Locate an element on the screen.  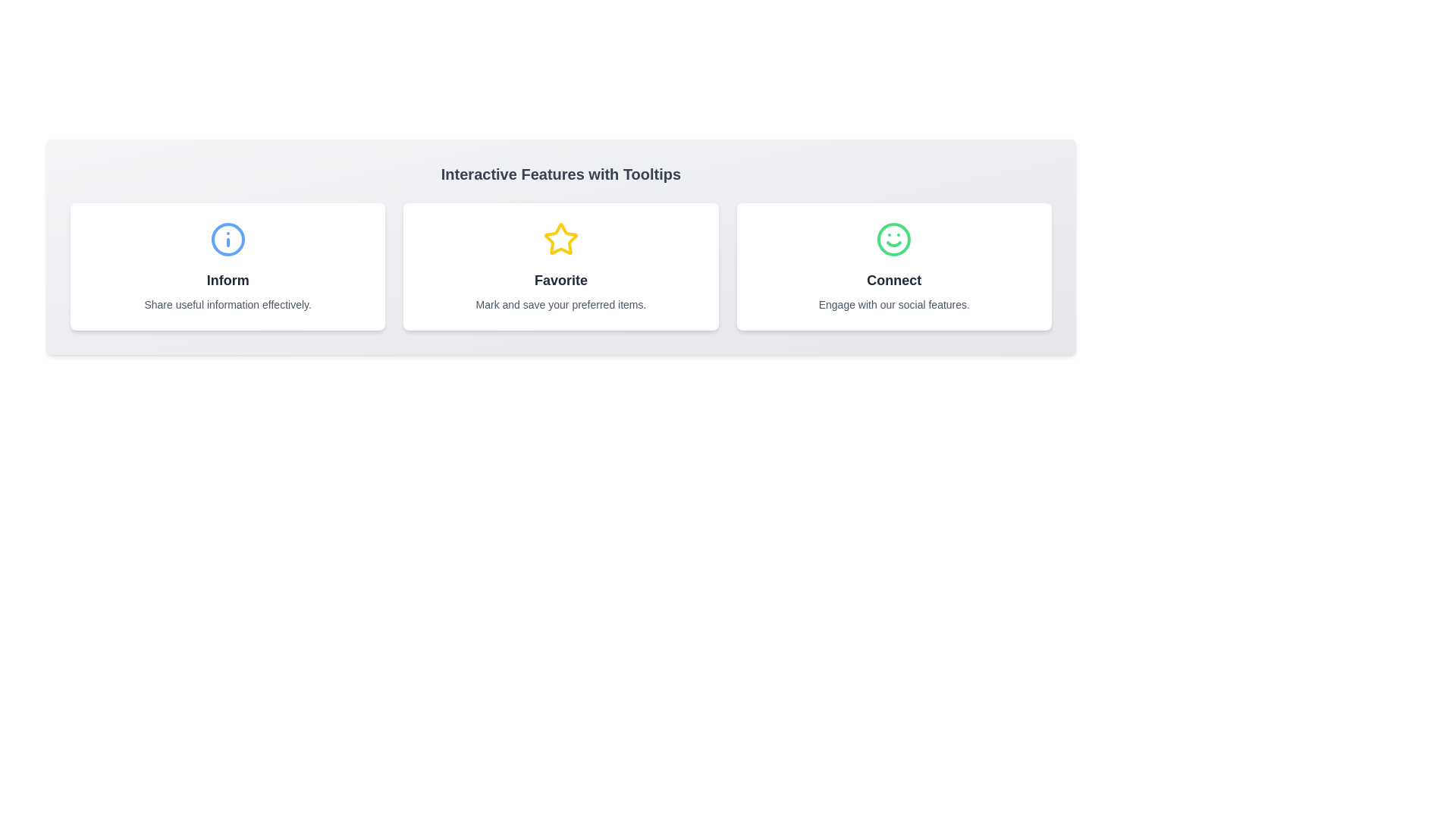
the green smiley face icon with a neutral expression, located at the top section of the 'Connect' card, which is the third card from the left is located at coordinates (894, 239).